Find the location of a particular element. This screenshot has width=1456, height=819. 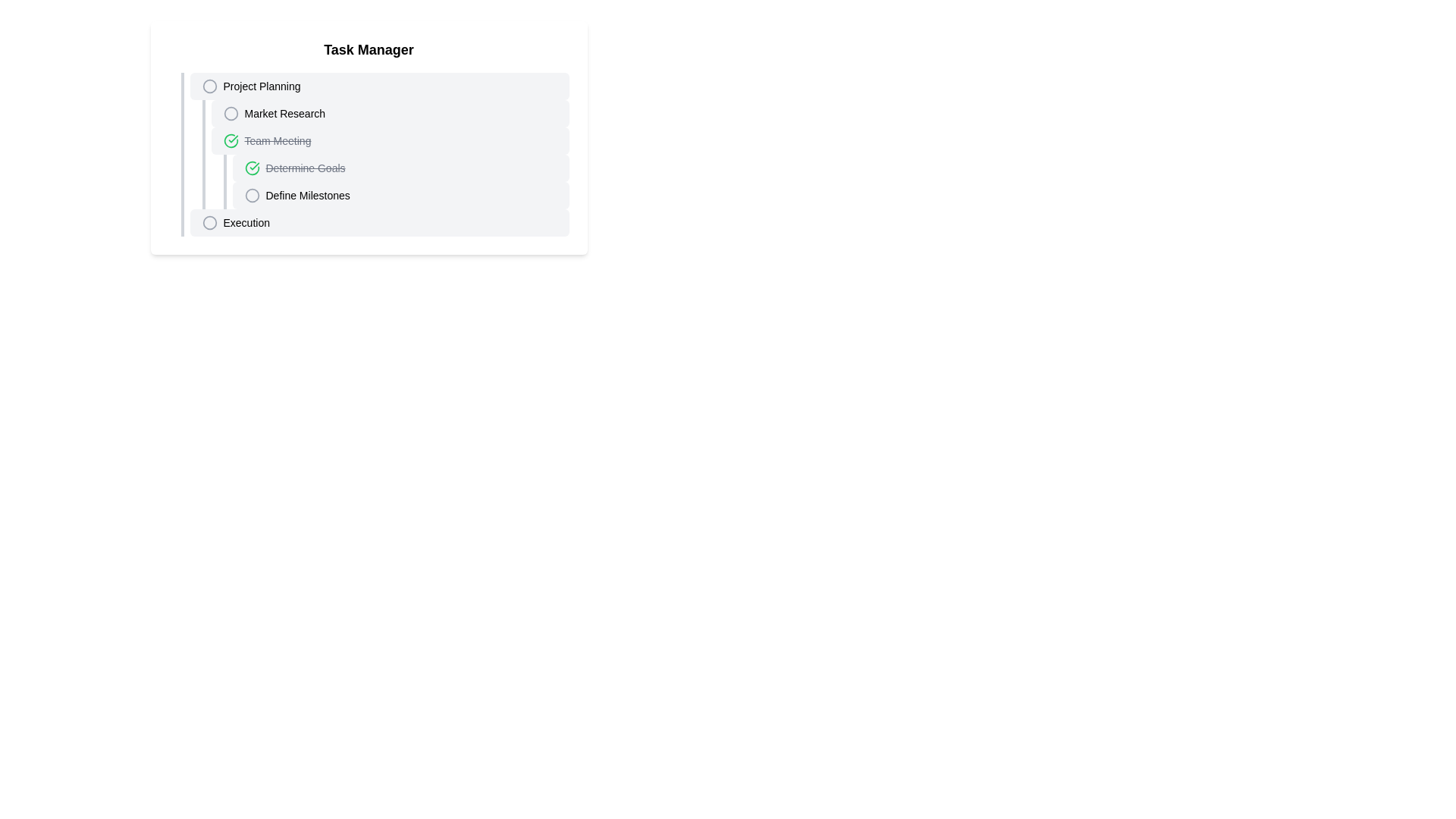

the text label reading 'Team Meeting', which is styled with a line-through effect and located centrally under the 'Task Manager' heading is located at coordinates (278, 140).